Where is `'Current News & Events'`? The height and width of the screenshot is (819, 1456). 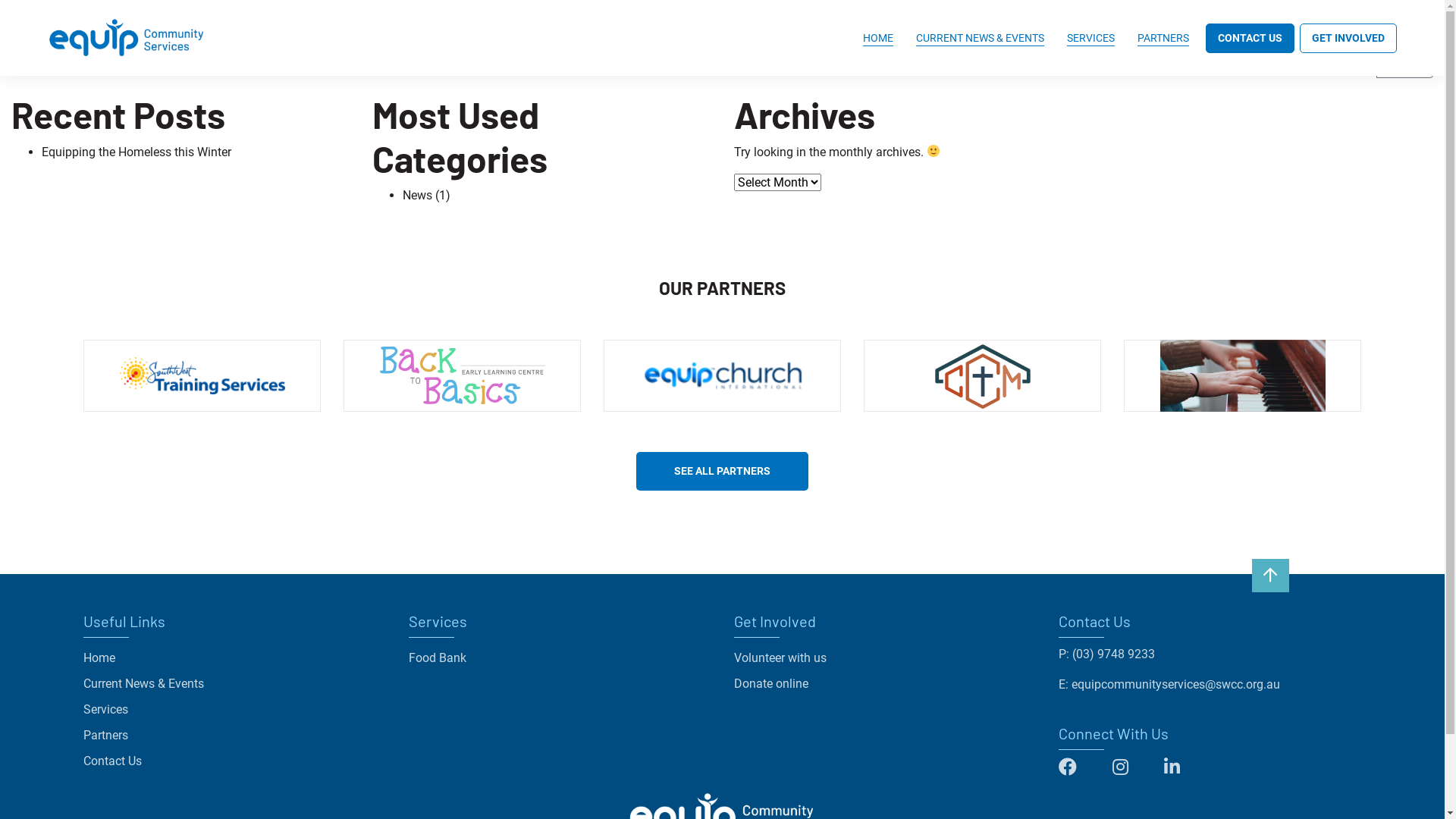
'Current News & Events' is located at coordinates (143, 684).